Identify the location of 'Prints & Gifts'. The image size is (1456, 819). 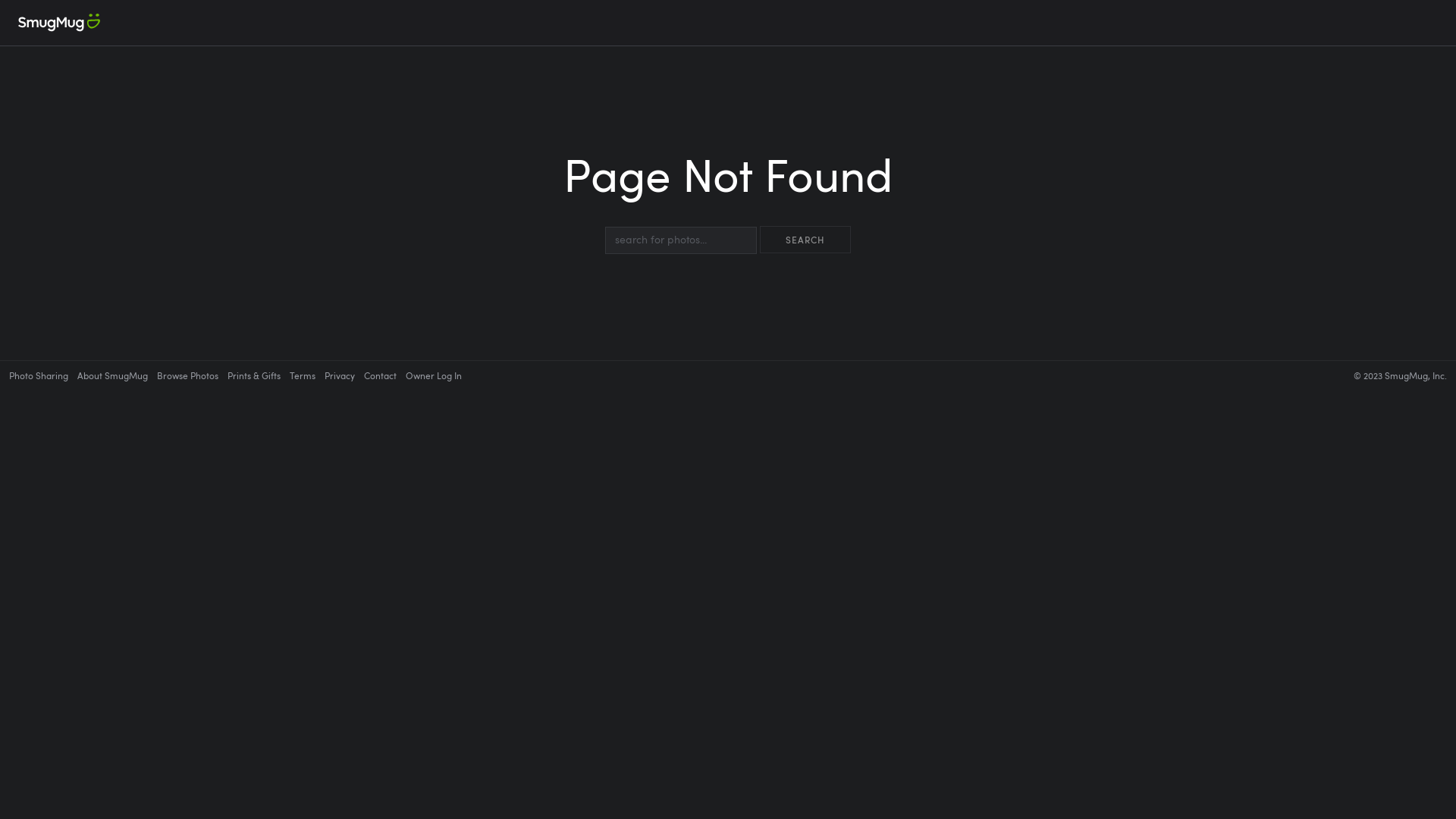
(254, 375).